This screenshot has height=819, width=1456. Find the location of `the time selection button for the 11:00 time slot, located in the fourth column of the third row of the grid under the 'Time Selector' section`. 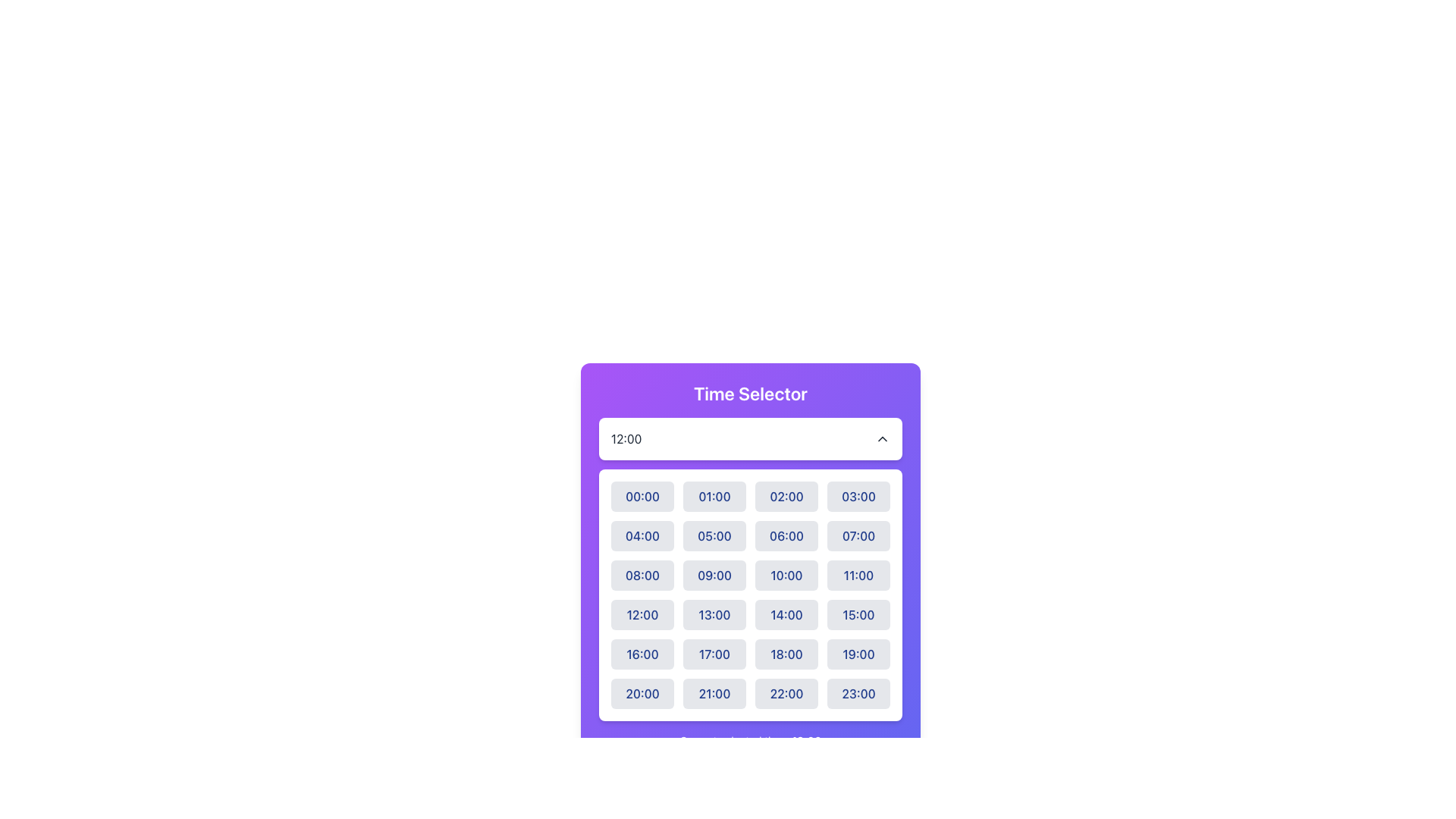

the time selection button for the 11:00 time slot, located in the fourth column of the third row of the grid under the 'Time Selector' section is located at coordinates (858, 576).